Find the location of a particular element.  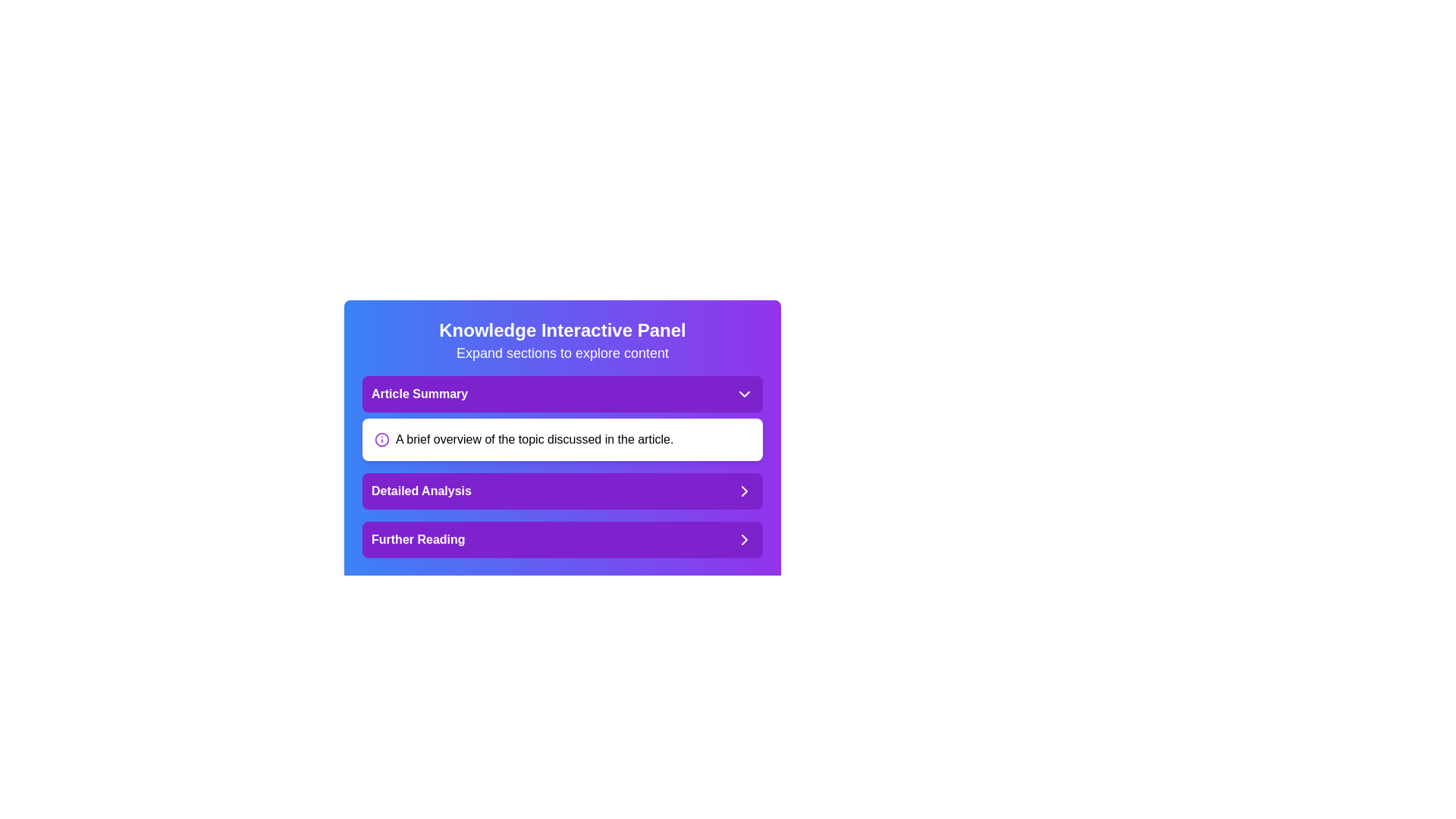

the first interactive button in the 'Knowledge Interactive Panel' to activate hover effects is located at coordinates (562, 394).